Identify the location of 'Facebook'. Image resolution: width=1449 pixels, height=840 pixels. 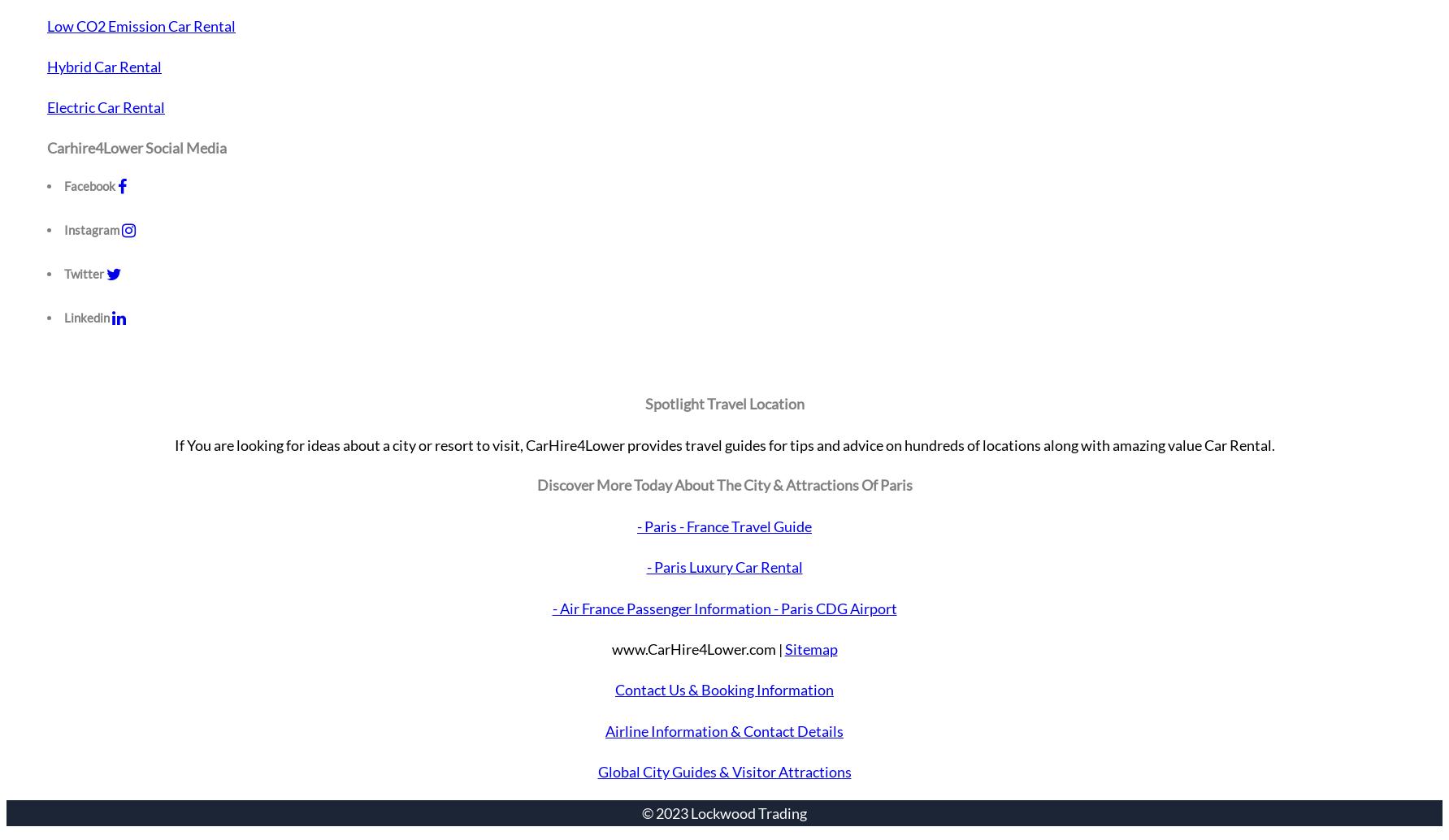
(89, 184).